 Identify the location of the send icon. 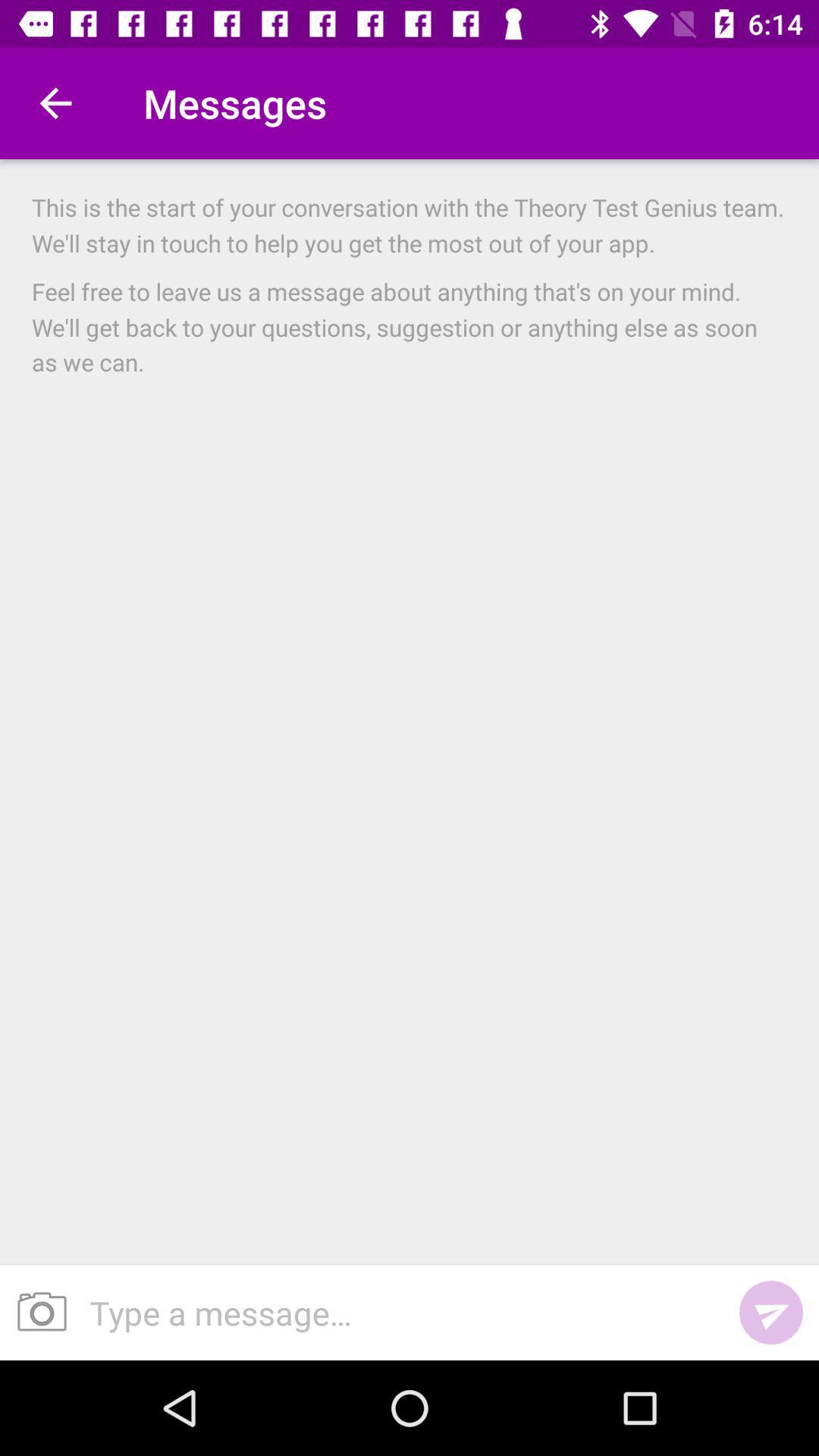
(771, 1312).